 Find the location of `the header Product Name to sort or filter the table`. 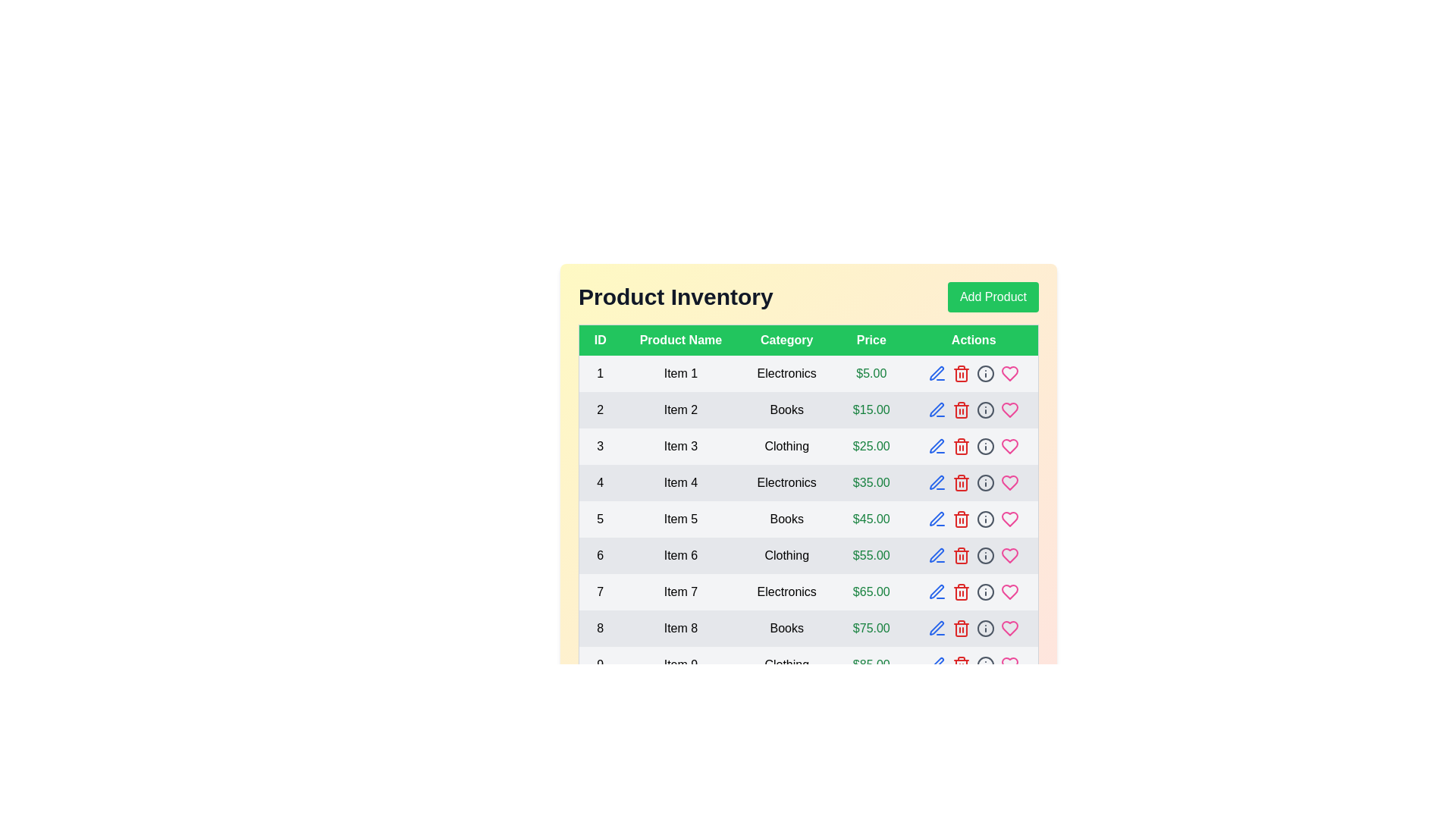

the header Product Name to sort or filter the table is located at coordinates (679, 339).